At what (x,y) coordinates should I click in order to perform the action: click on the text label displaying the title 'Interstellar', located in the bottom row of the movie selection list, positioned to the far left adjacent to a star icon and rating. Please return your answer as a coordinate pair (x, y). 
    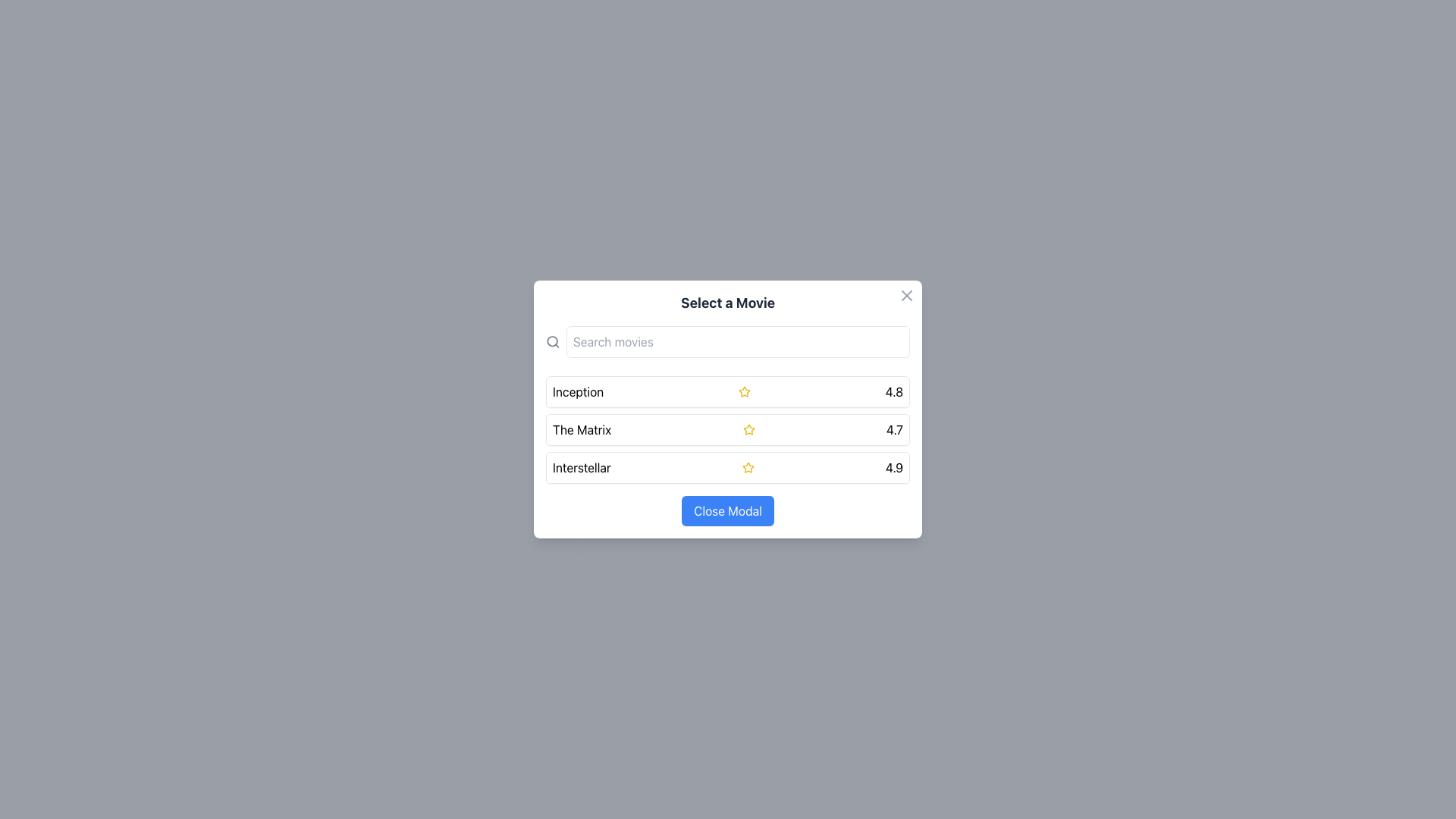
    Looking at the image, I should click on (581, 467).